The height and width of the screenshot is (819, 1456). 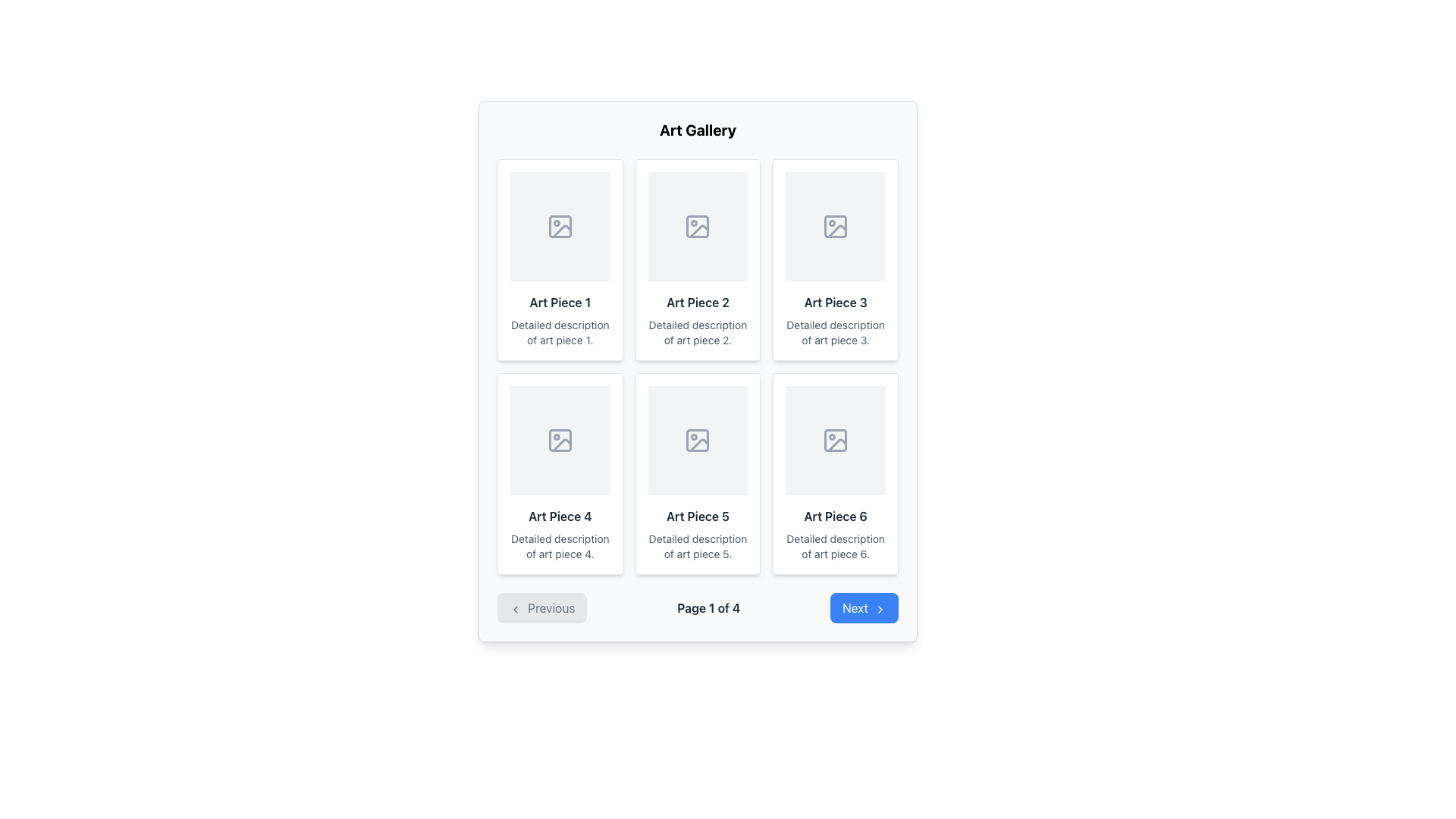 What do you see at coordinates (559, 441) in the screenshot?
I see `the rectangular element with rounded corners that is part of the icon in the fourth tile of the 2x3 grid layout on the 'Art Gallery' page` at bounding box center [559, 441].